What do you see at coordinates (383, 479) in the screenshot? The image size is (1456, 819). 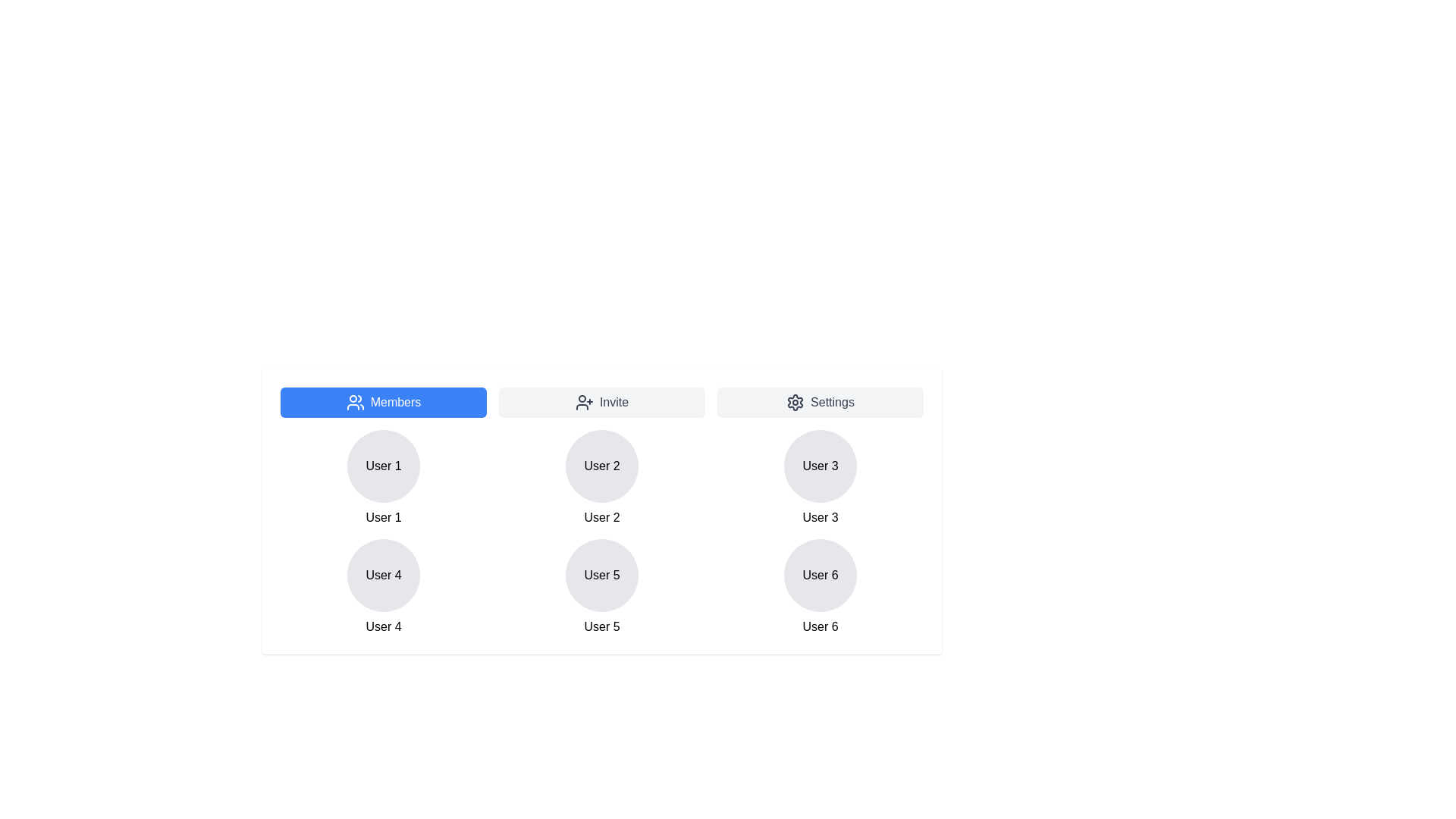 I see `the Informational Icon labeled 'User 1' which is a circular gray icon located in the first column of the grid layout, below the 'Members' tab` at bounding box center [383, 479].